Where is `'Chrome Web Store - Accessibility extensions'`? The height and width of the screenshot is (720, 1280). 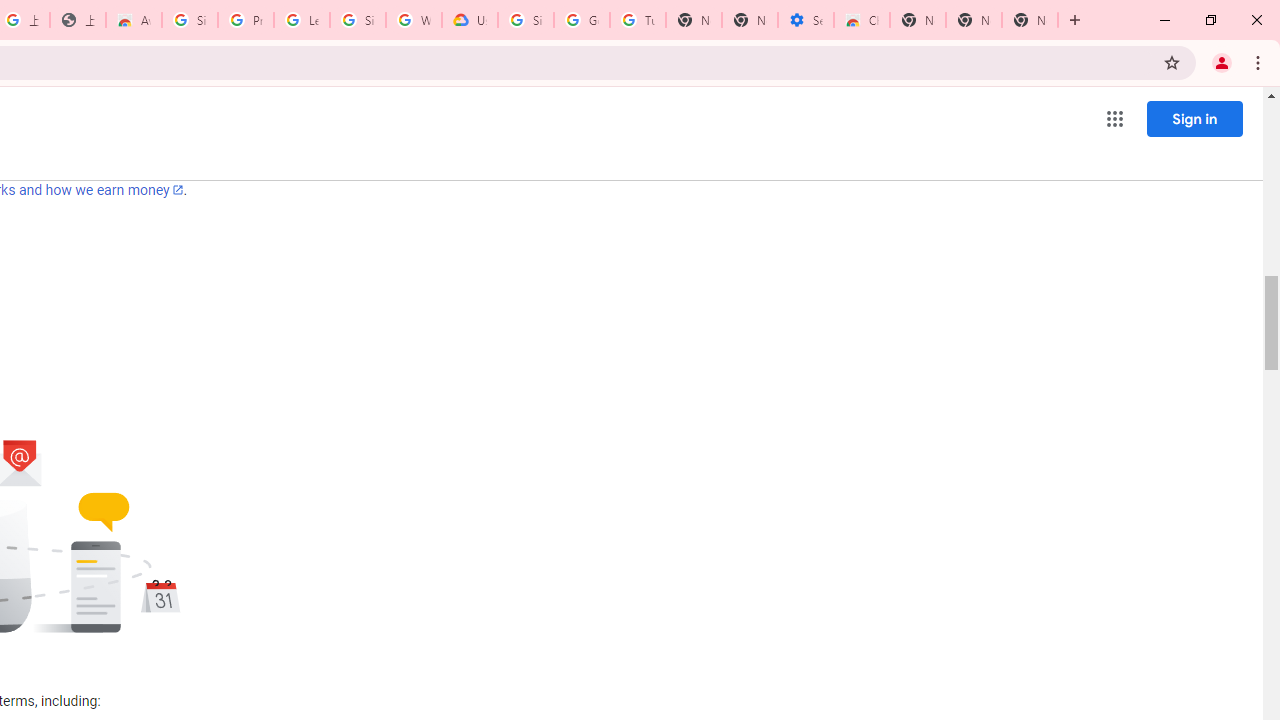
'Chrome Web Store - Accessibility extensions' is located at coordinates (862, 20).